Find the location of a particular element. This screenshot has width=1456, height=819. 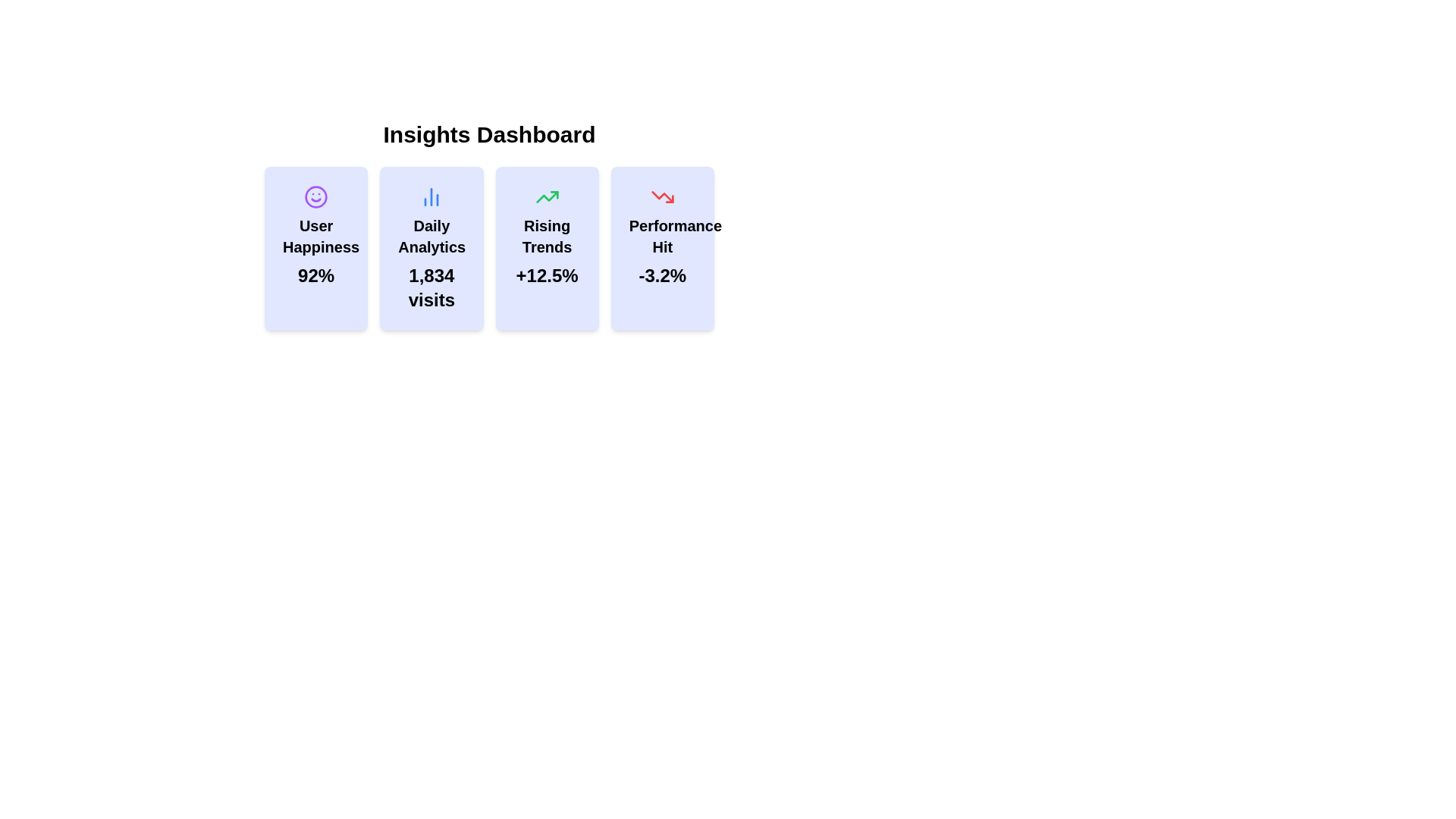

text label displaying '1,834 visits' which is part of the 'Daily Analytics' card in the dashboard is located at coordinates (431, 288).